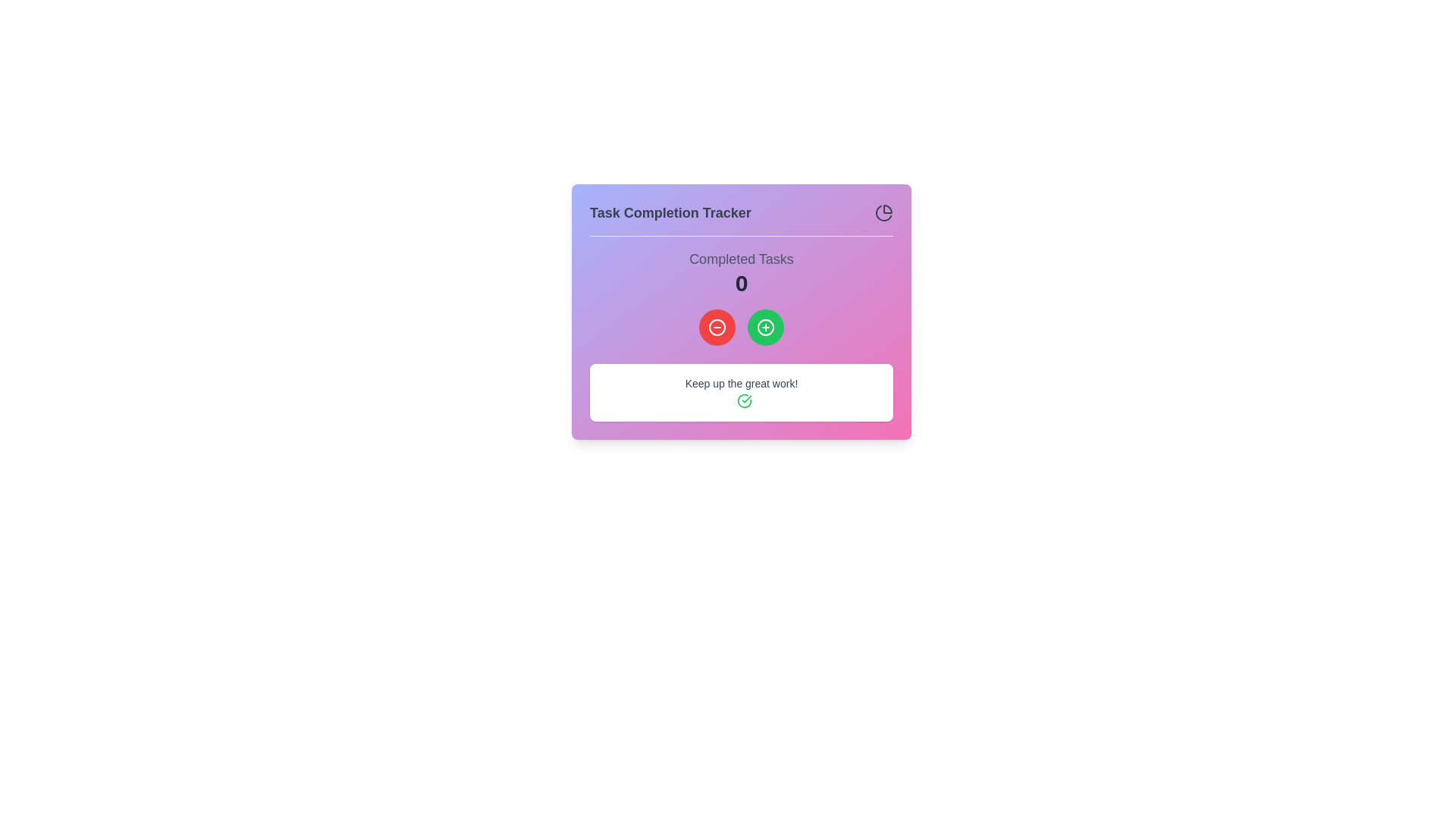 The image size is (1456, 819). What do you see at coordinates (765, 327) in the screenshot?
I see `the increment button located to the right of the red circular button to activate the hover effect` at bounding box center [765, 327].